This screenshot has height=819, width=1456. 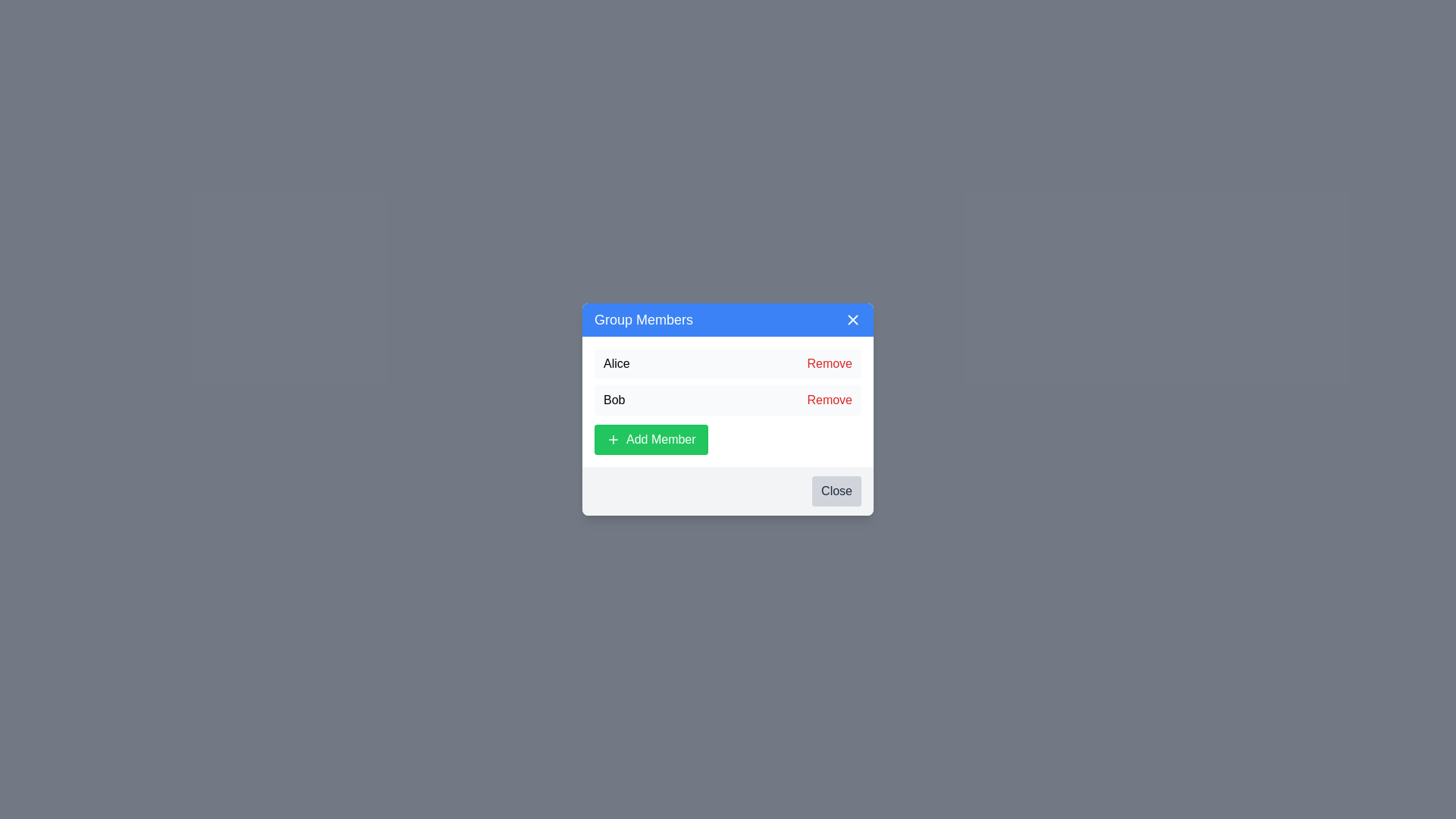 I want to click on the plus icon located within the 'Add Member' button, which is styled as a minimalist plus sign and positioned to the left of the button's label, so click(x=613, y=439).